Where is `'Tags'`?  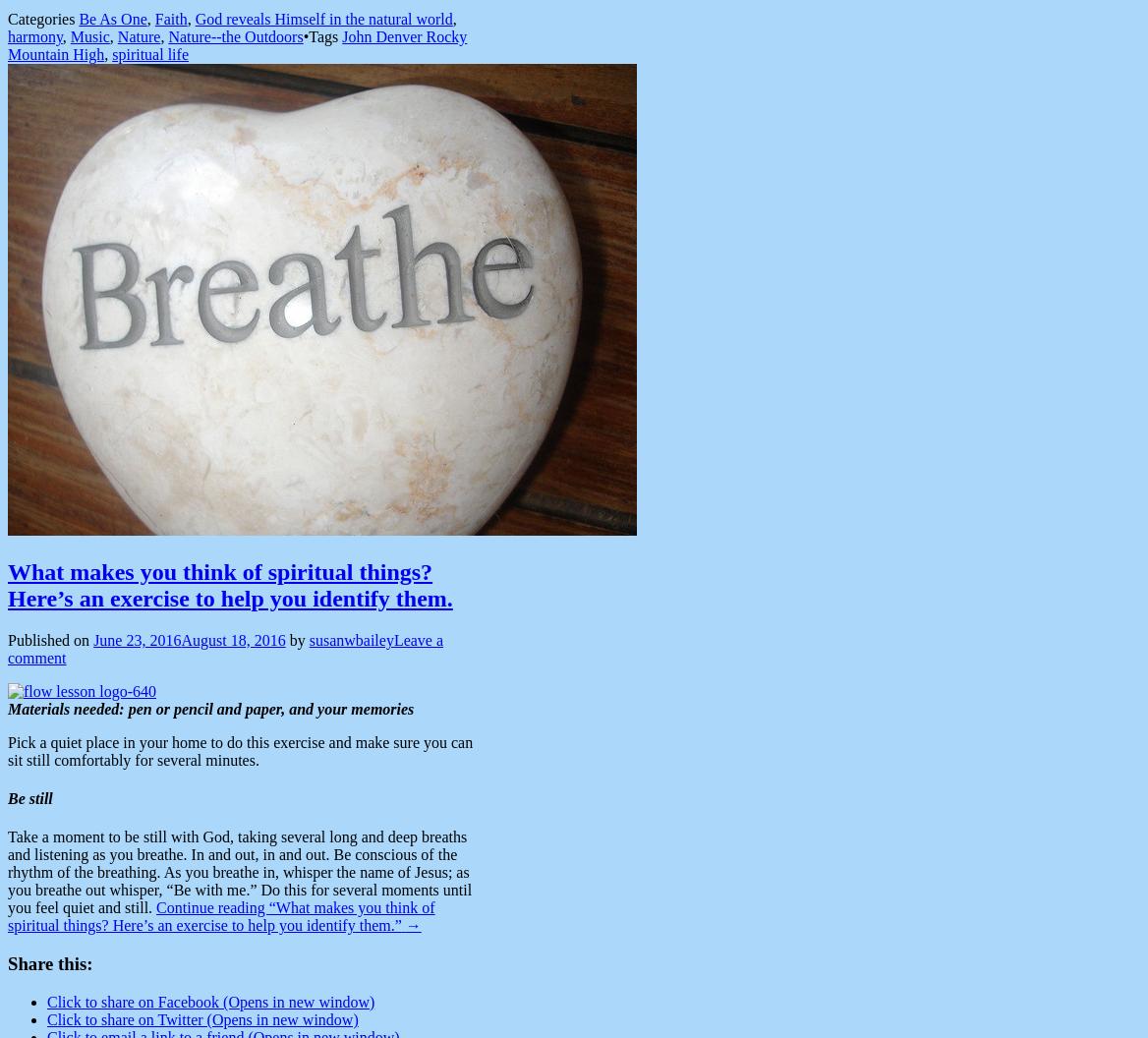
'Tags' is located at coordinates (325, 36).